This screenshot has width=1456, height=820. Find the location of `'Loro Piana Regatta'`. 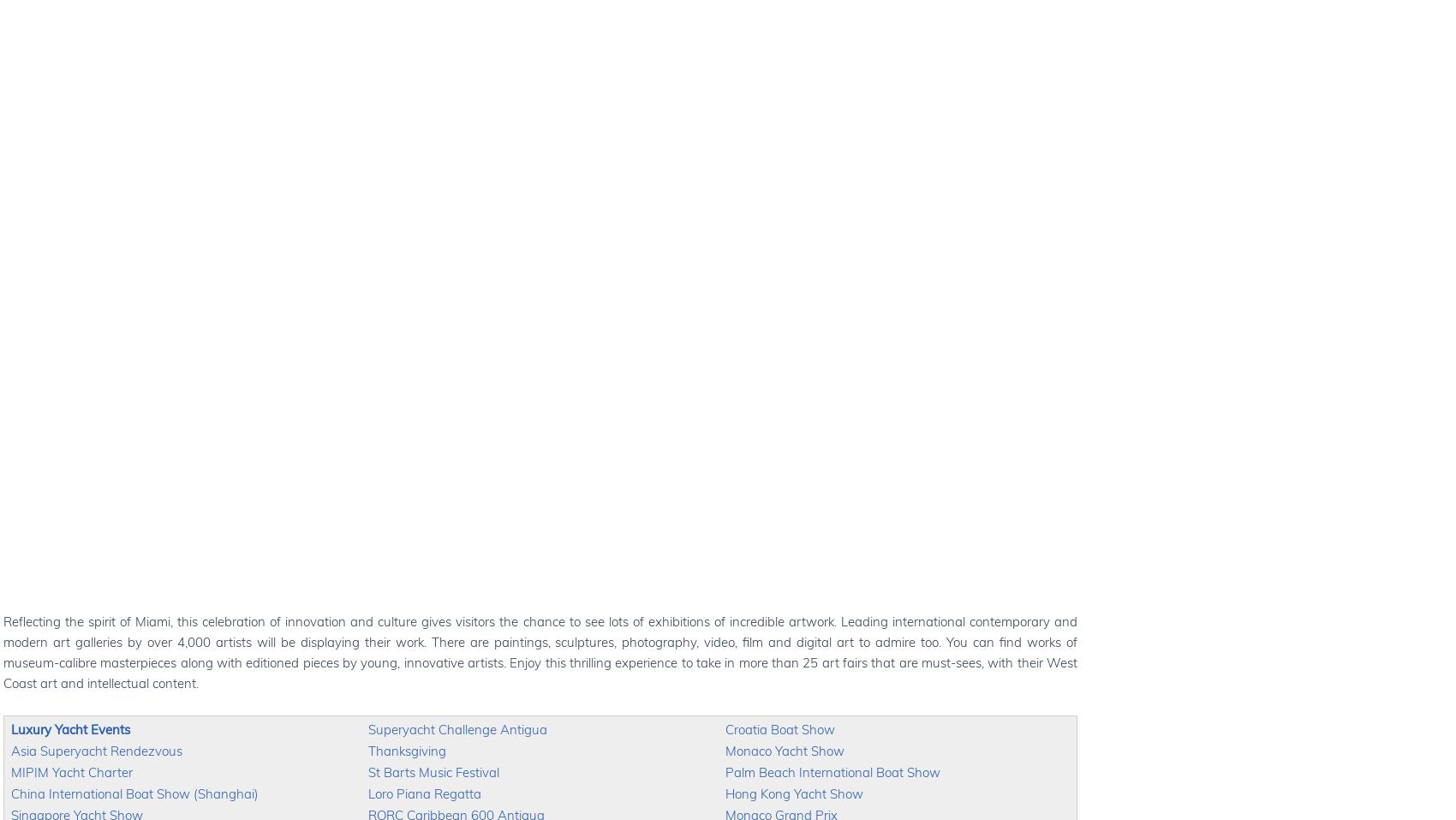

'Loro Piana Regatta' is located at coordinates (425, 793).